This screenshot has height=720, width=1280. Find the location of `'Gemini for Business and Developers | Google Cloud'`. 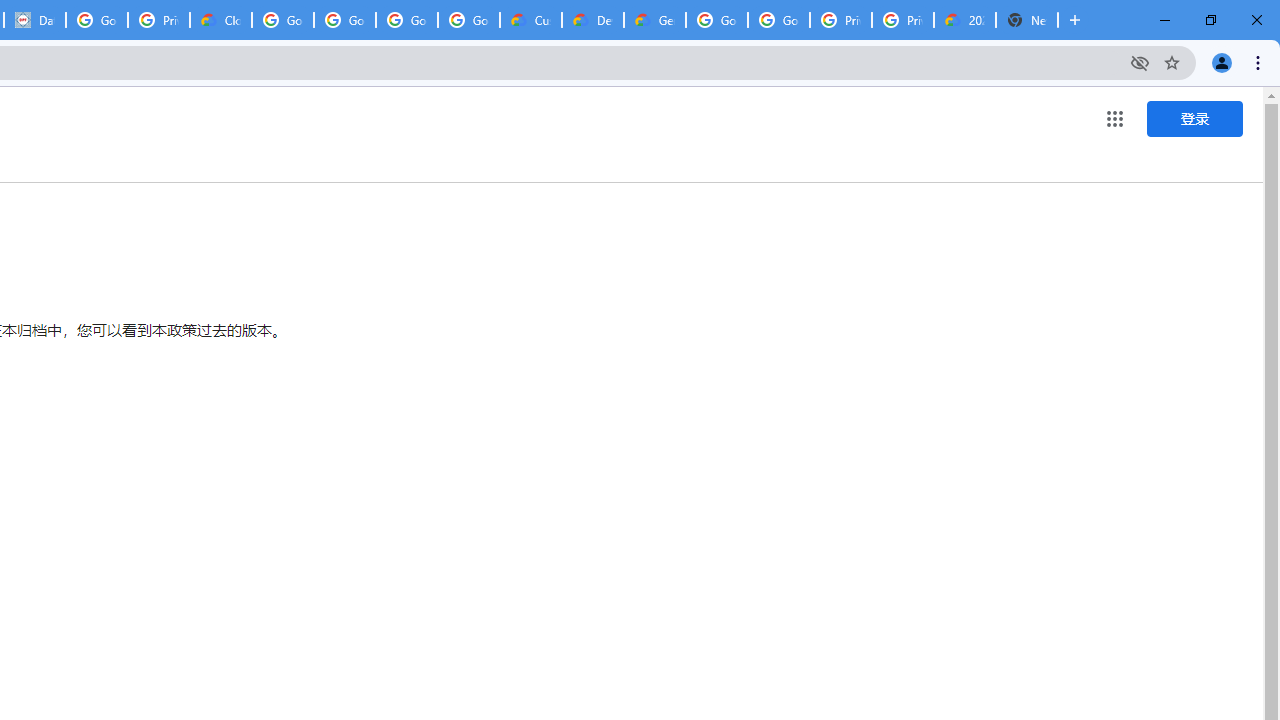

'Gemini for Business and Developers | Google Cloud' is located at coordinates (654, 20).